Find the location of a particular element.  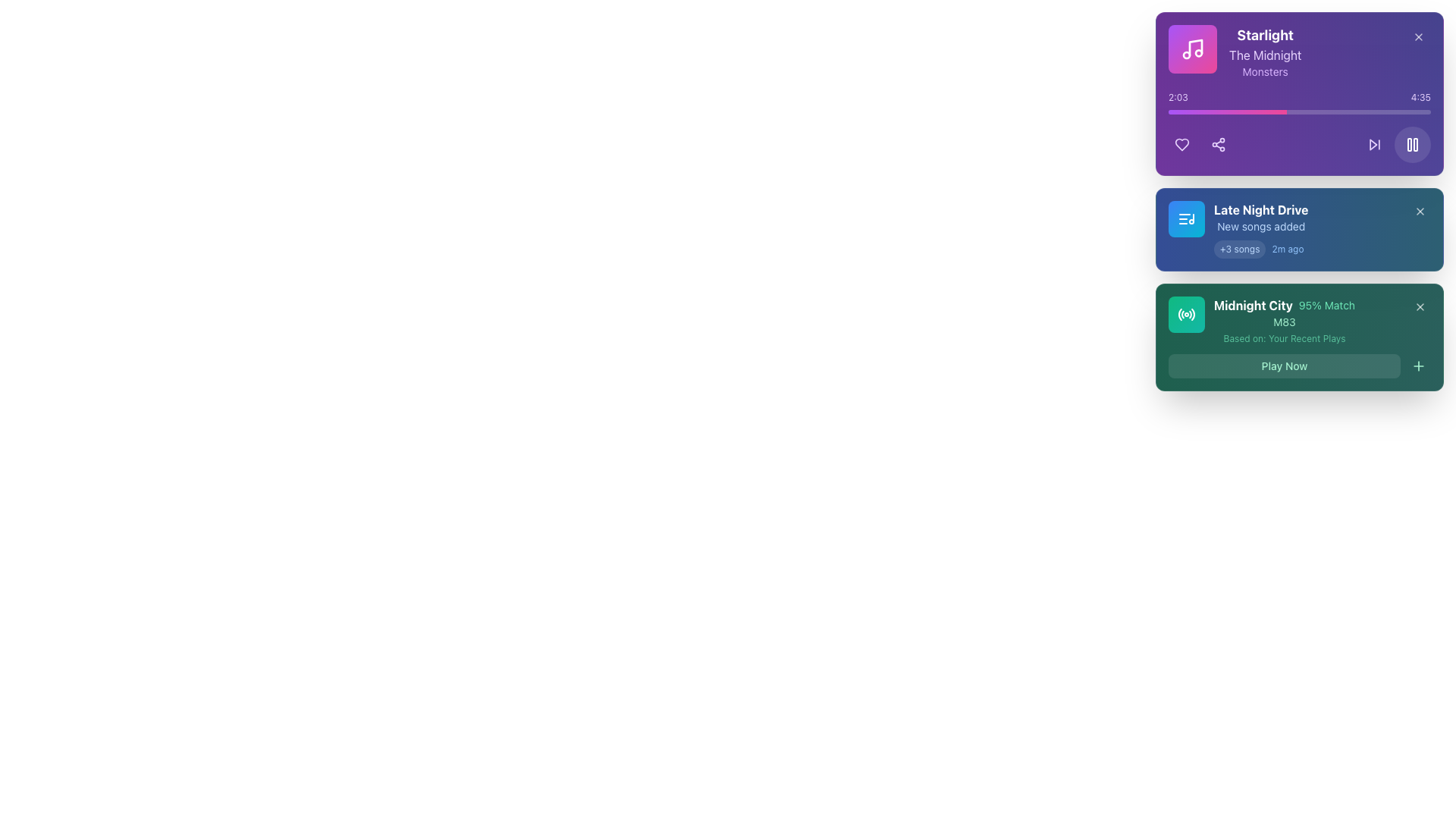

playback progress is located at coordinates (1269, 111).